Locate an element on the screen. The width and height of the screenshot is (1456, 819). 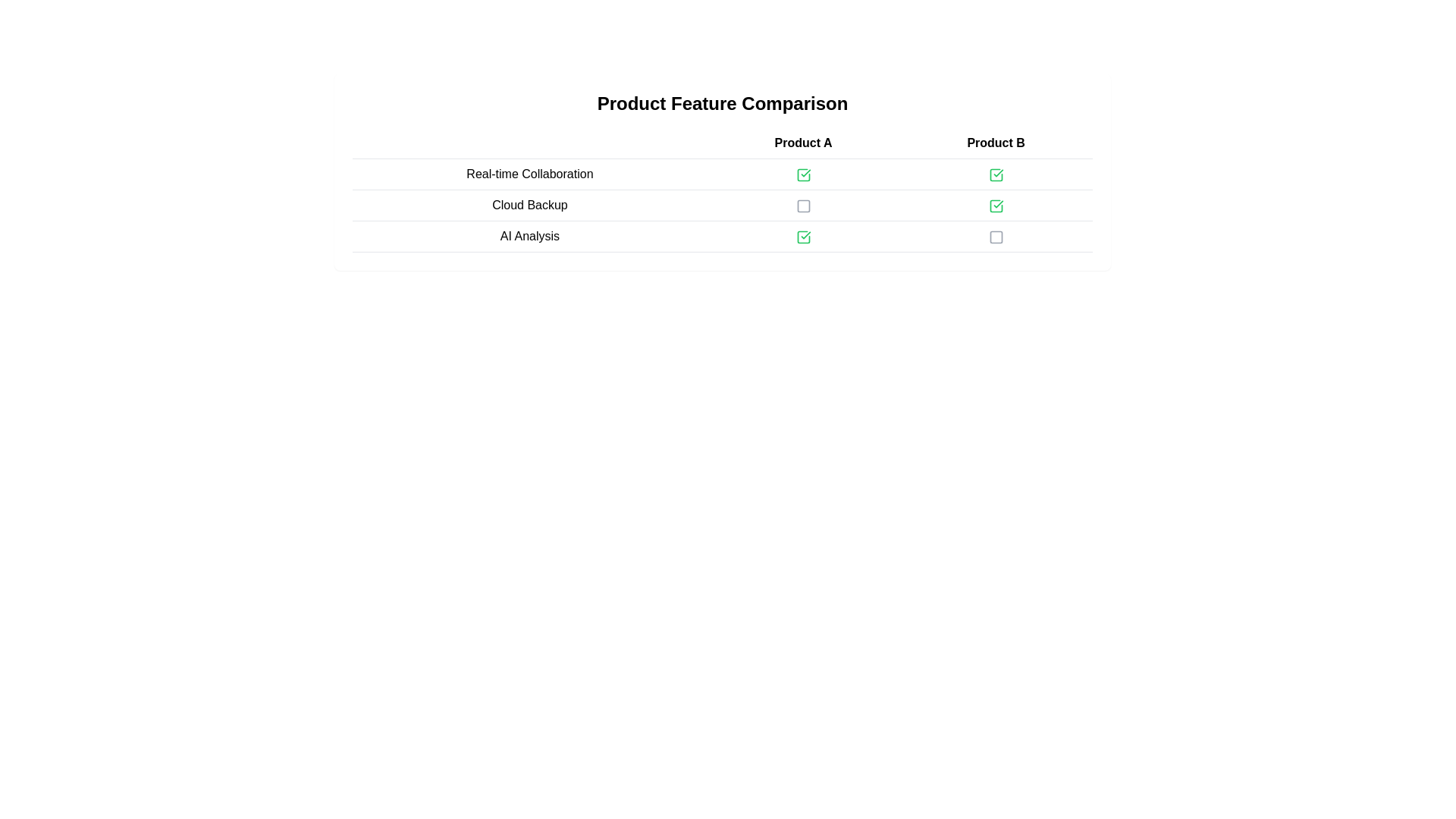
the checkbox icon representing the enabled state for the 'Real-time Collaboration' feature under 'Product B' in the comparison table is located at coordinates (996, 174).